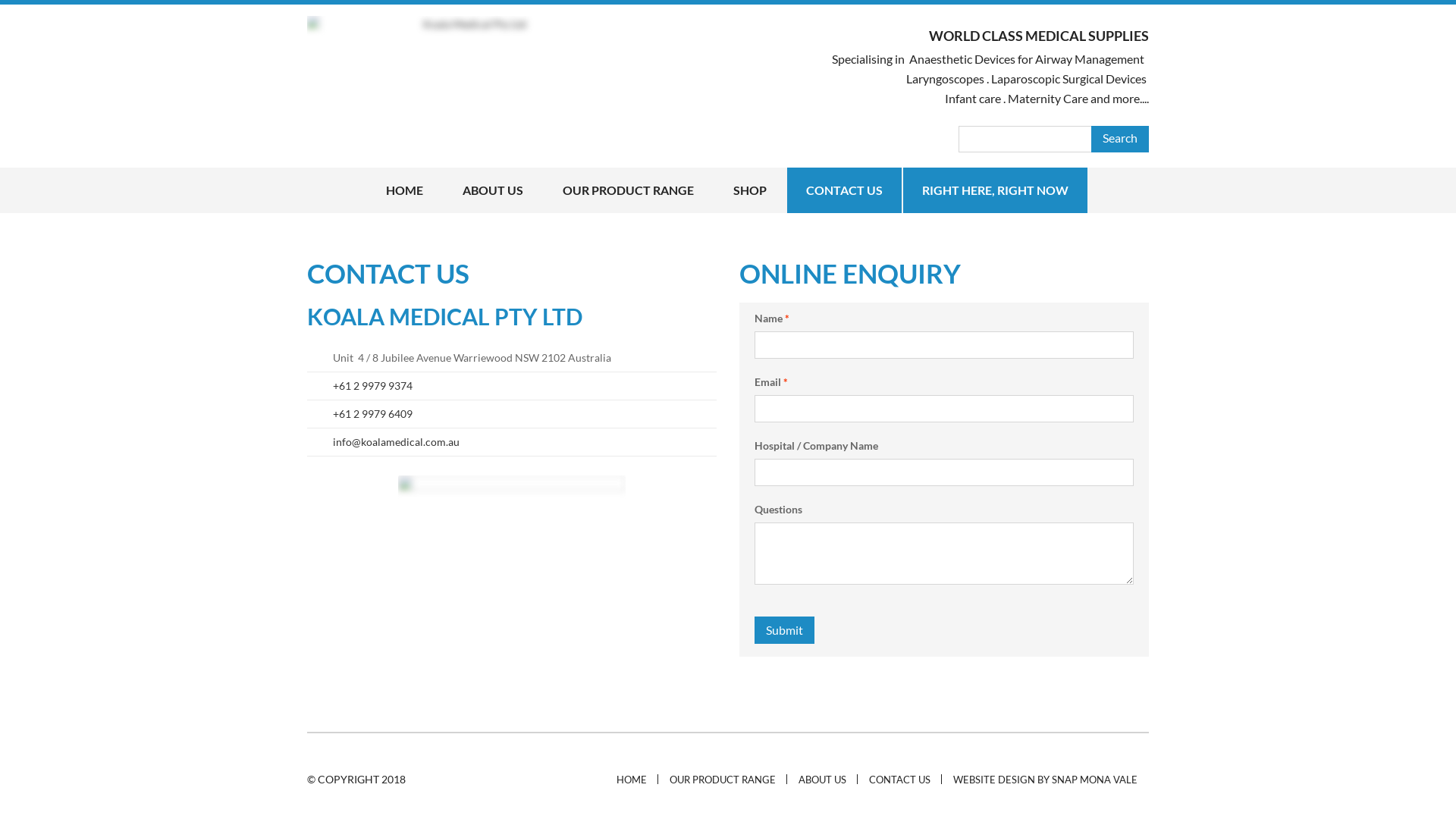 The width and height of the screenshot is (1456, 819). Describe the element at coordinates (995, 189) in the screenshot. I see `'RIGHT HERE, RIGHT NOW'` at that location.